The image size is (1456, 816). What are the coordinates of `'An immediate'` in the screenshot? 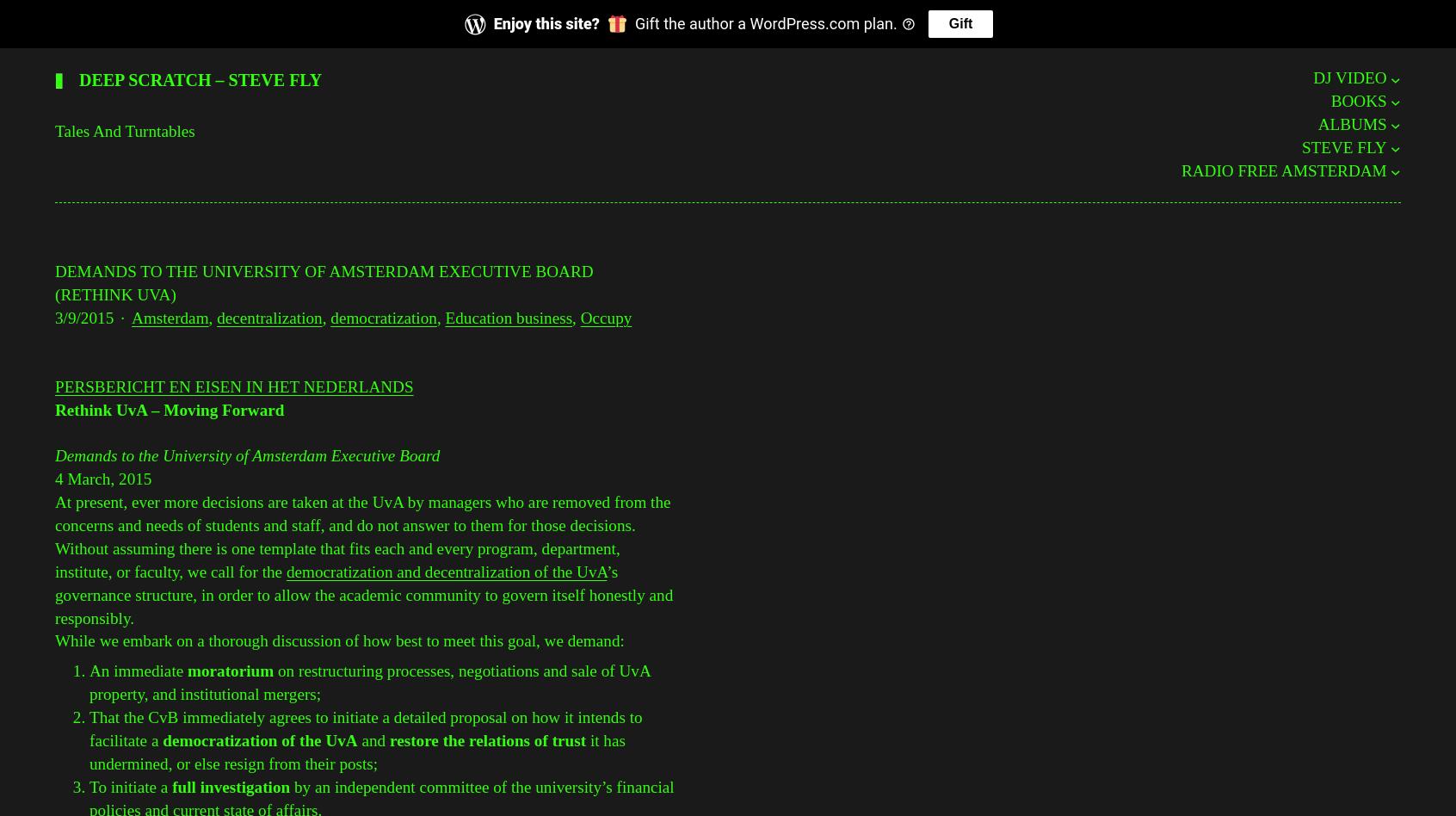 It's located at (135, 671).